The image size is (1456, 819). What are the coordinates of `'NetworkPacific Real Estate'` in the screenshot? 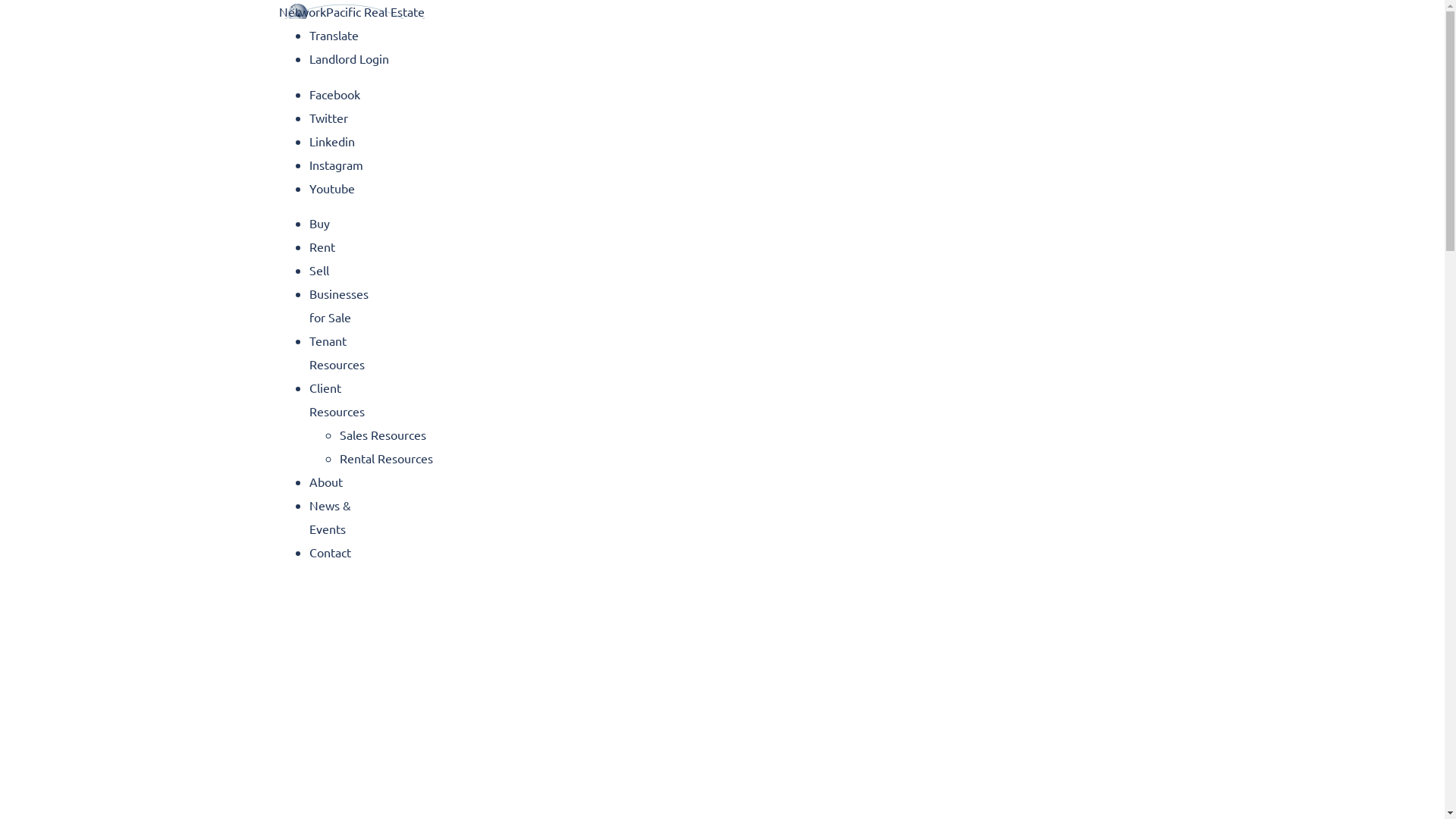 It's located at (351, 11).